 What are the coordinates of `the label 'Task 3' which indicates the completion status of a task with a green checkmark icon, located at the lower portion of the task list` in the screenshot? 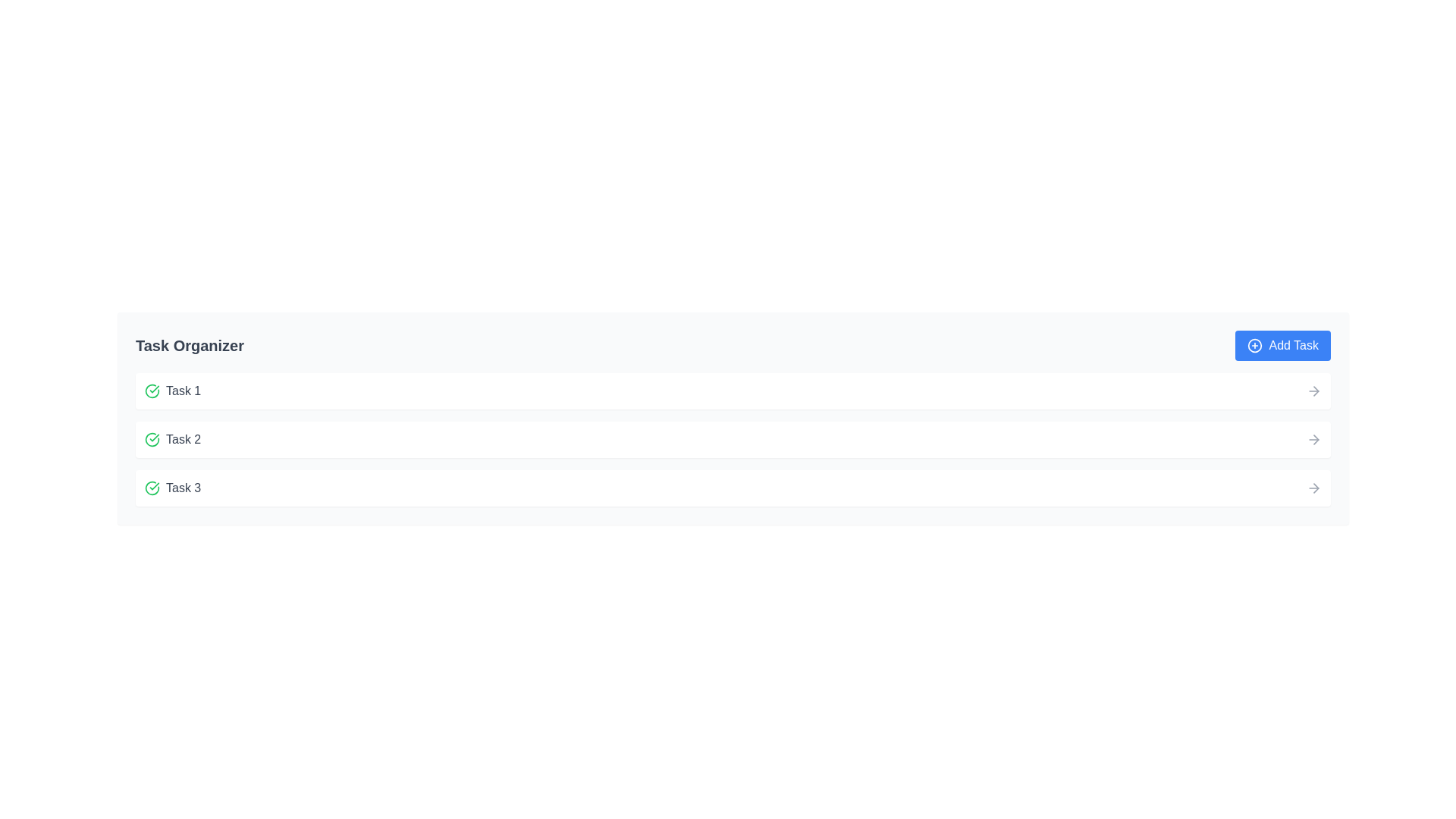 It's located at (173, 488).